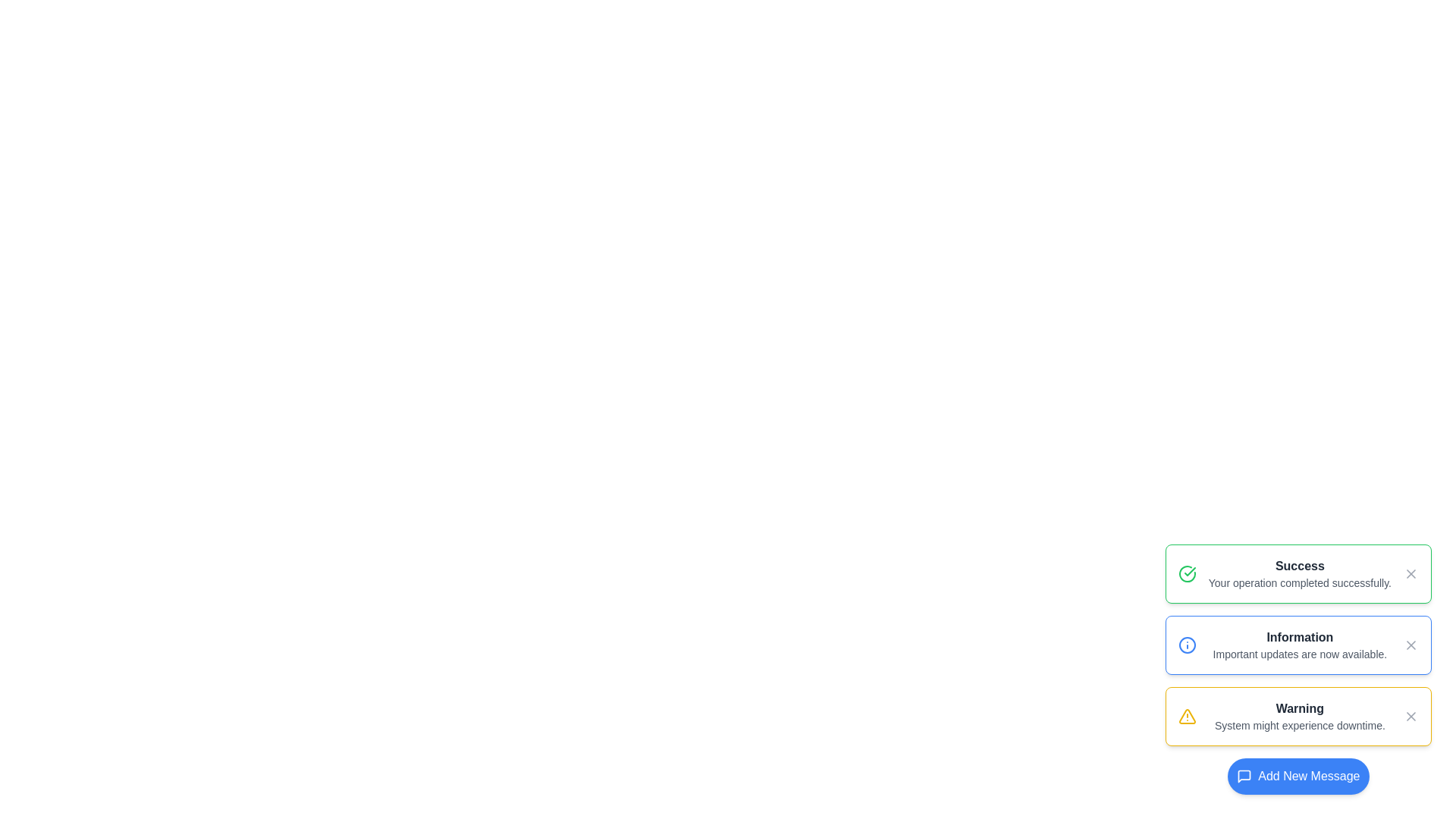 The width and height of the screenshot is (1456, 819). What do you see at coordinates (1299, 582) in the screenshot?
I see `the text element displaying 'Your operation completed successfully.' which is styled in gray and positioned below the 'Success' heading in the notification card` at bounding box center [1299, 582].